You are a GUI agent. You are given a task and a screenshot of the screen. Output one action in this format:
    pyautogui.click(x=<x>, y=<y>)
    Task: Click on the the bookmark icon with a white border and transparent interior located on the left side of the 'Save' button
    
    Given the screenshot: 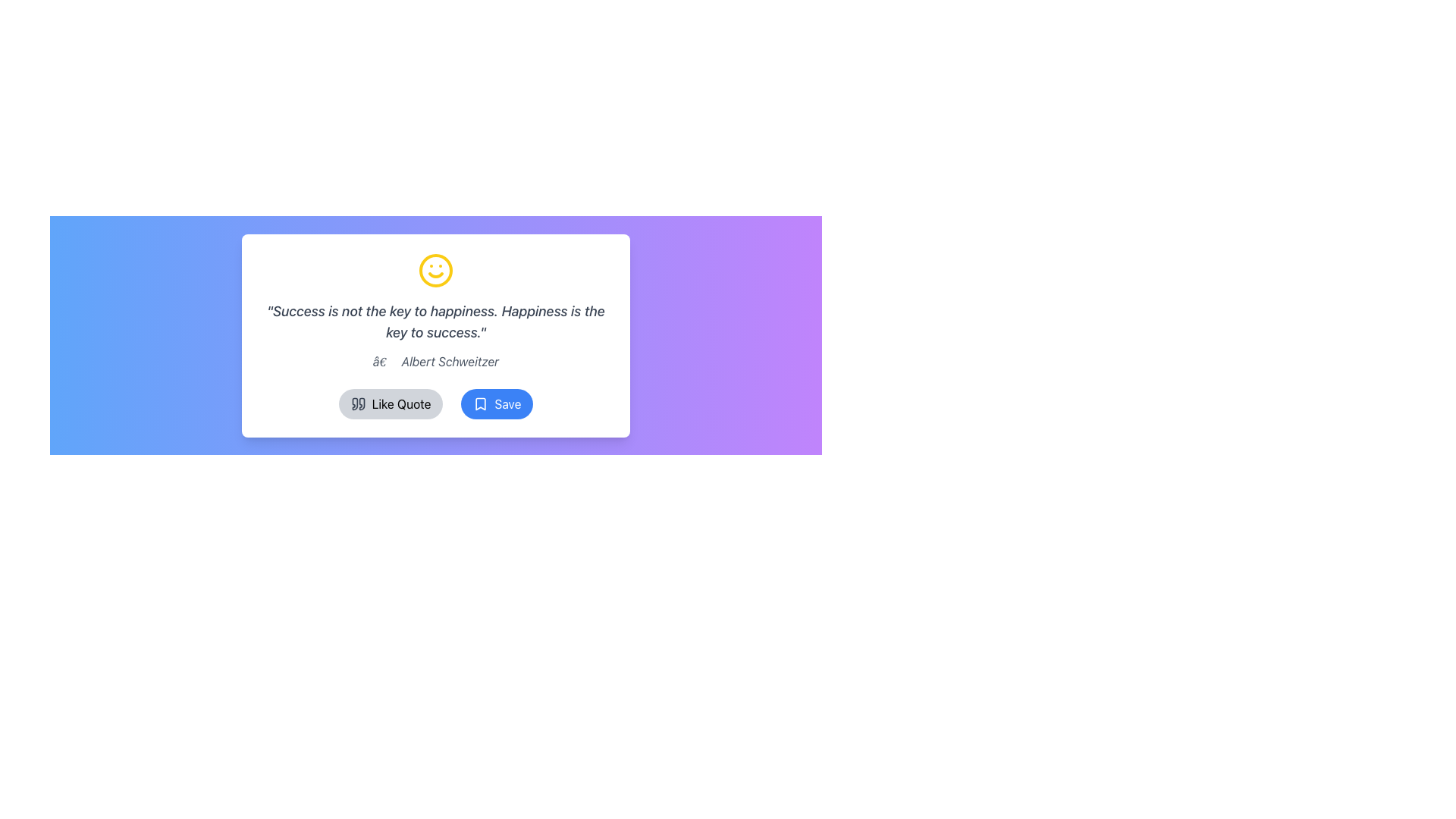 What is the action you would take?
    pyautogui.click(x=479, y=403)
    